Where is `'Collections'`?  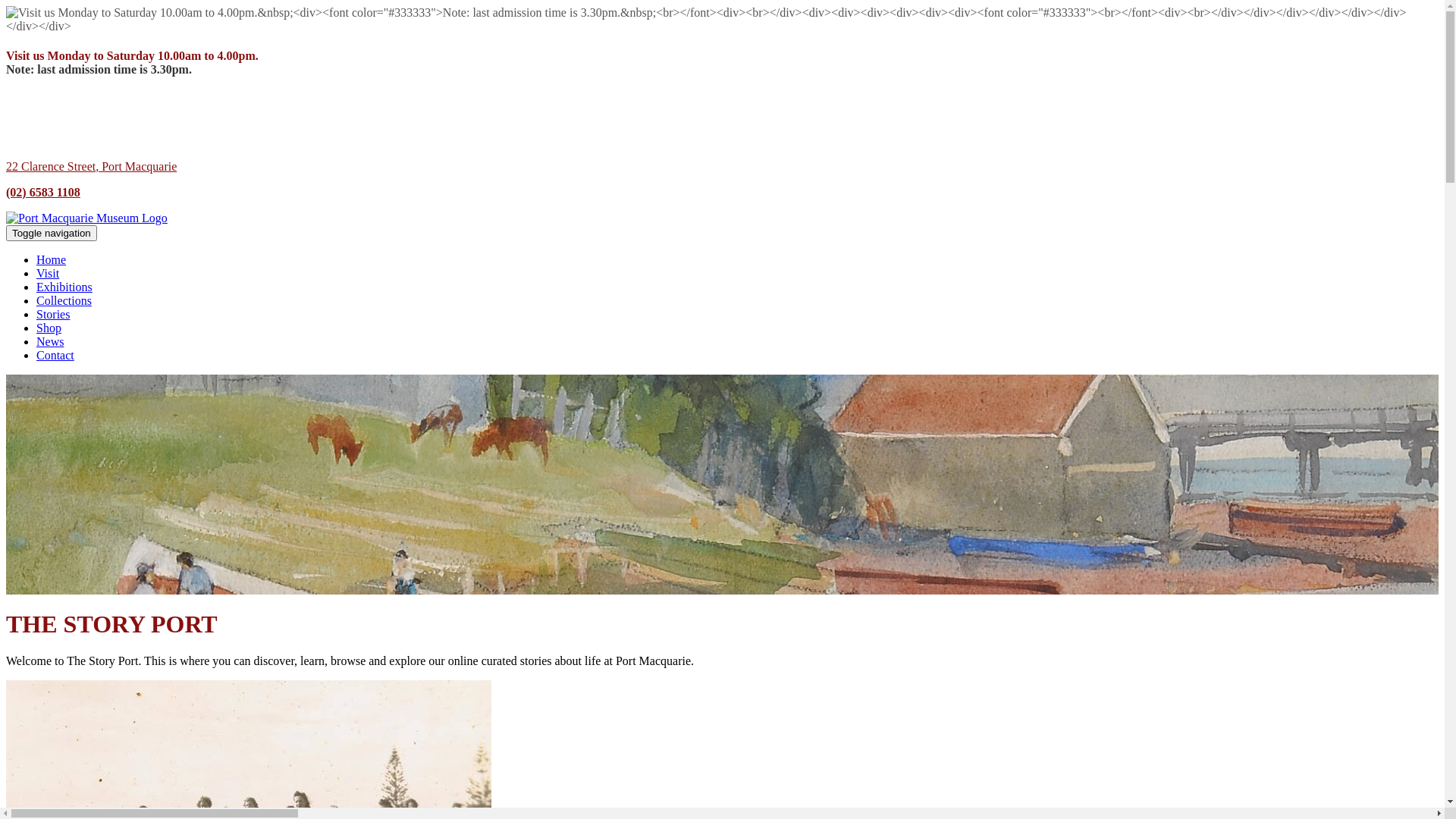
'Collections' is located at coordinates (63, 300).